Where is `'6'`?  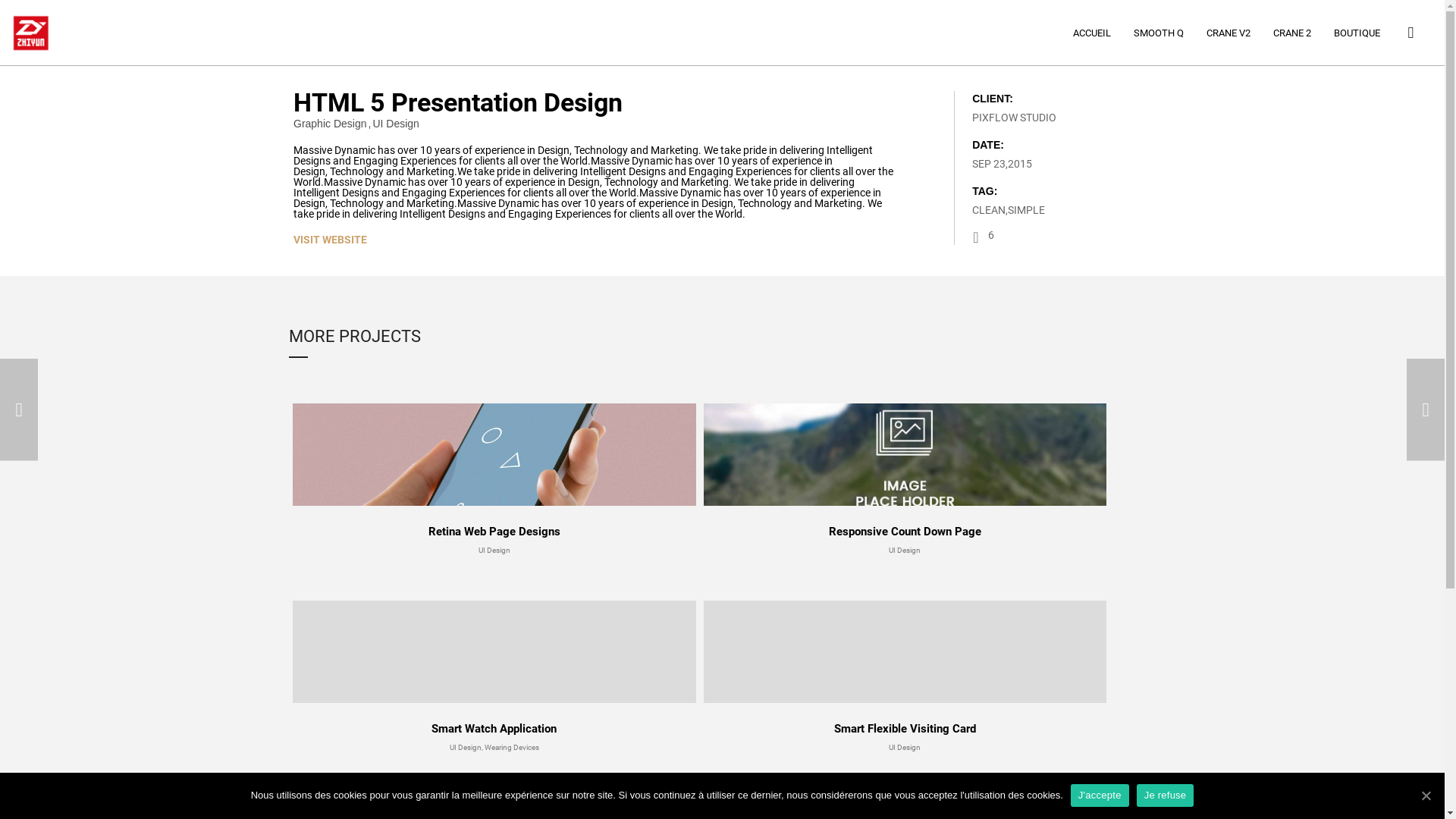 '6' is located at coordinates (983, 237).